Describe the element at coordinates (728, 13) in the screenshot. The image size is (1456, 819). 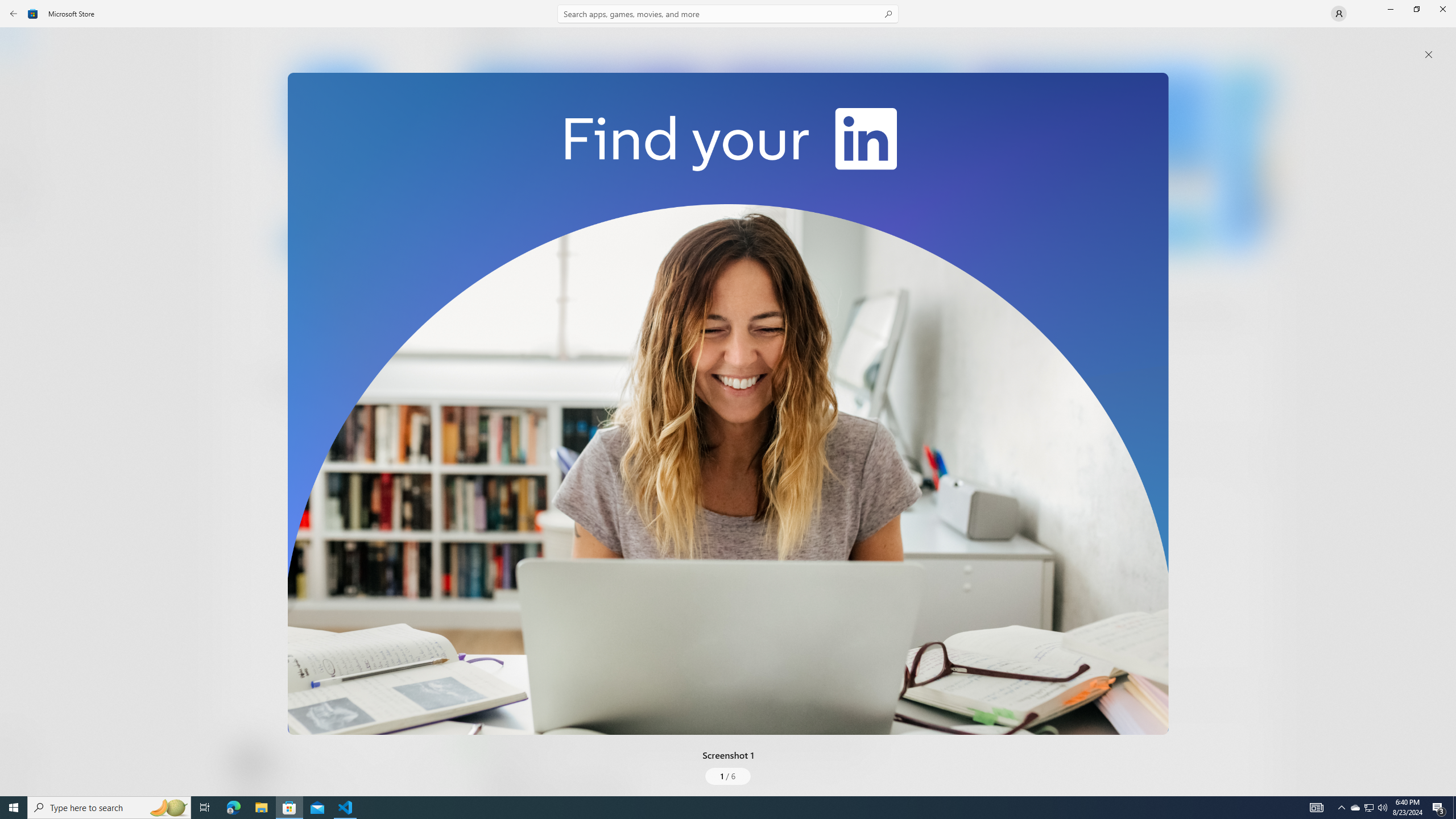
I see `'Search'` at that location.